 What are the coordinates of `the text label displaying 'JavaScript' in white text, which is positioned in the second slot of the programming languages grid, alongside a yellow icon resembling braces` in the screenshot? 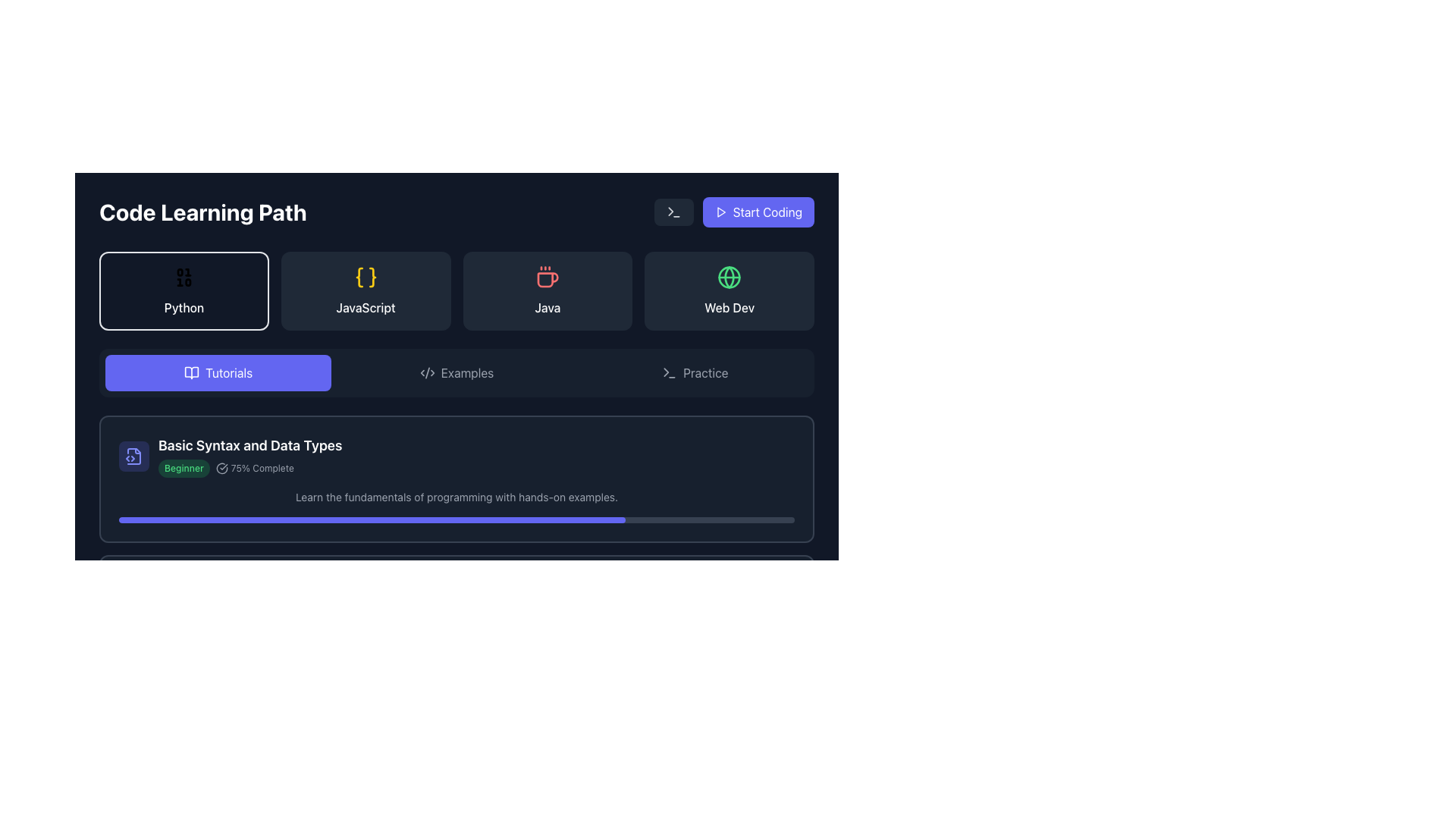 It's located at (366, 307).